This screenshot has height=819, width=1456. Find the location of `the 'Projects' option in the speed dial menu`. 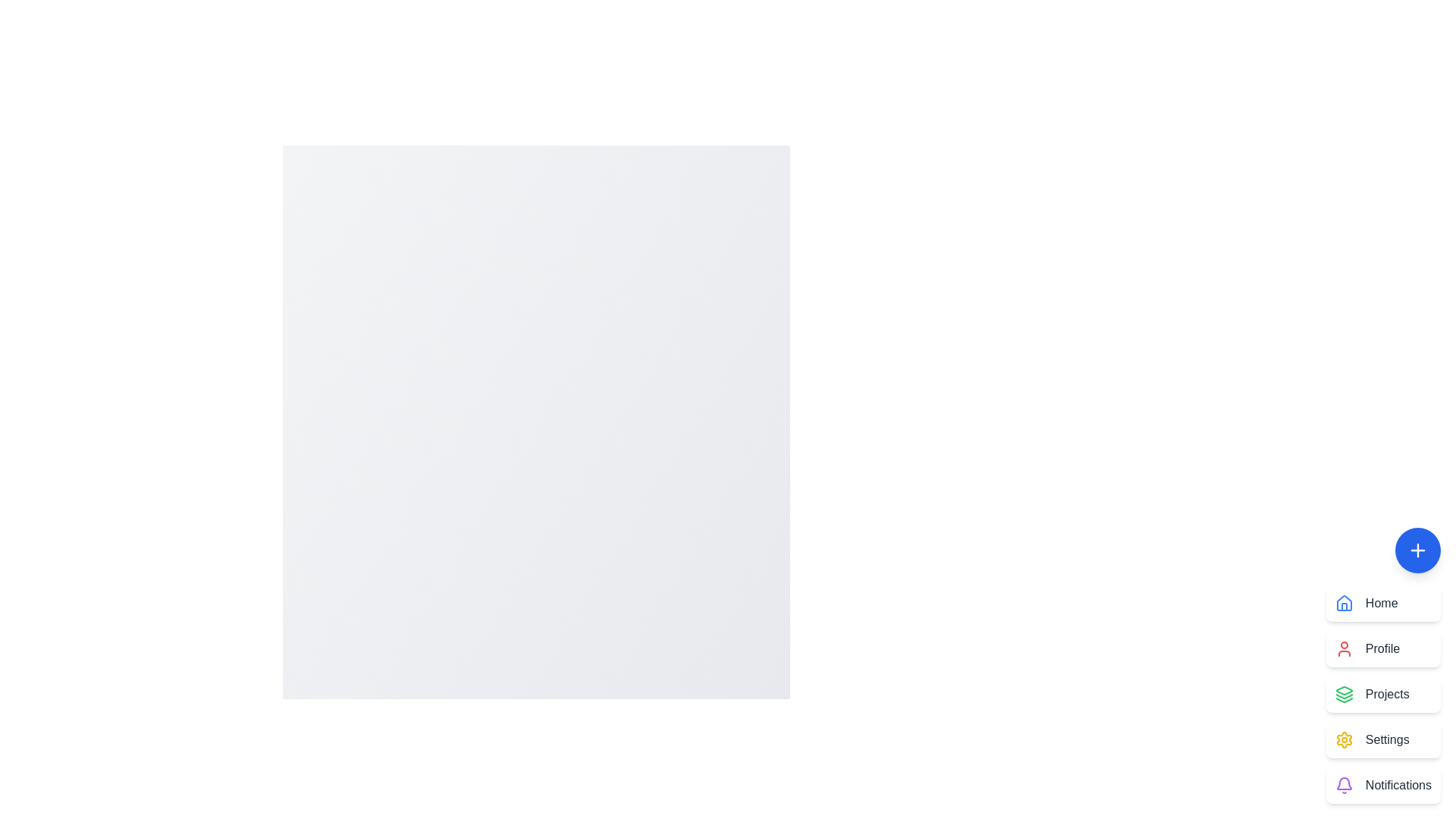

the 'Projects' option in the speed dial menu is located at coordinates (1383, 694).